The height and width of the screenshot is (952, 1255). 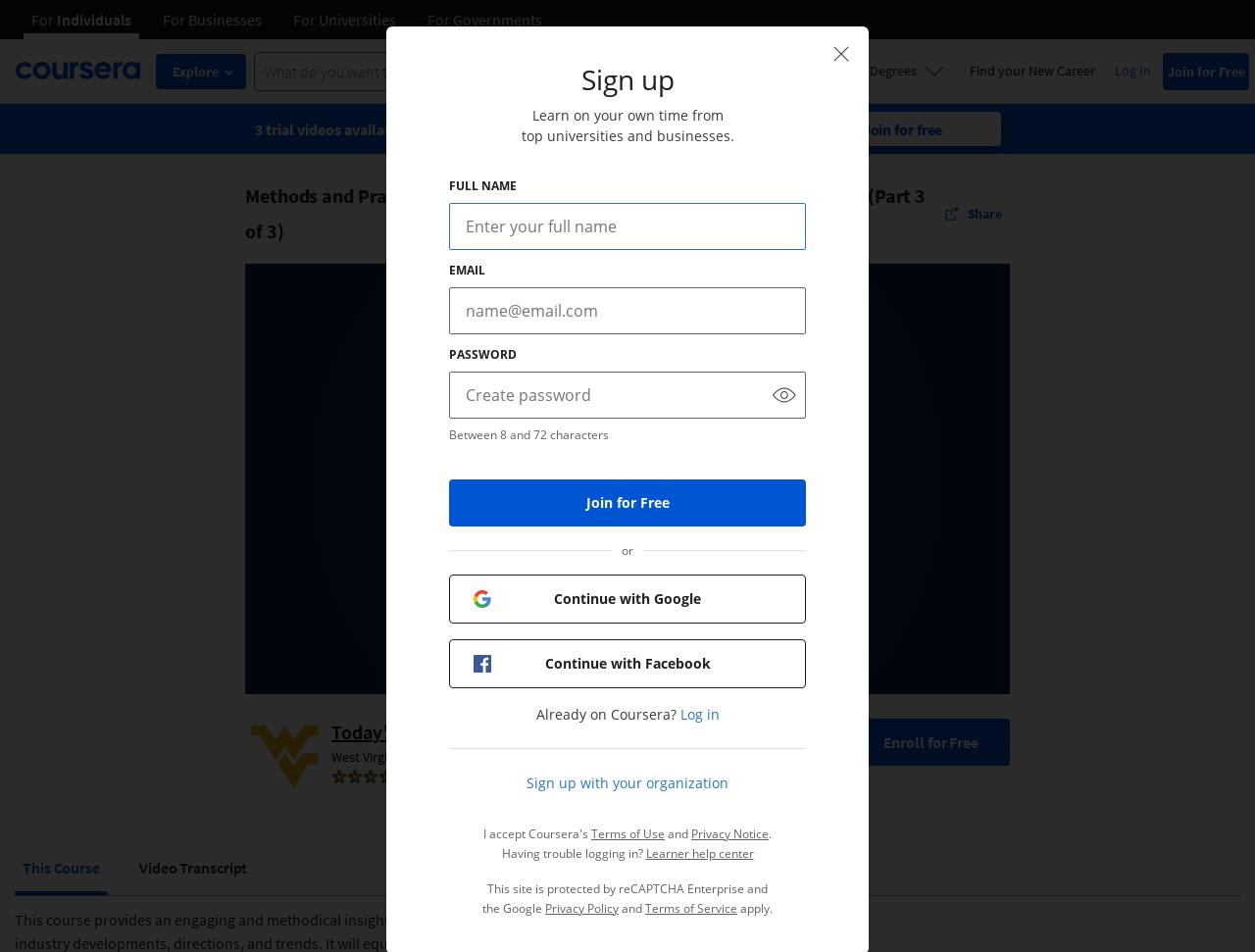 I want to click on 'Password', so click(x=482, y=354).